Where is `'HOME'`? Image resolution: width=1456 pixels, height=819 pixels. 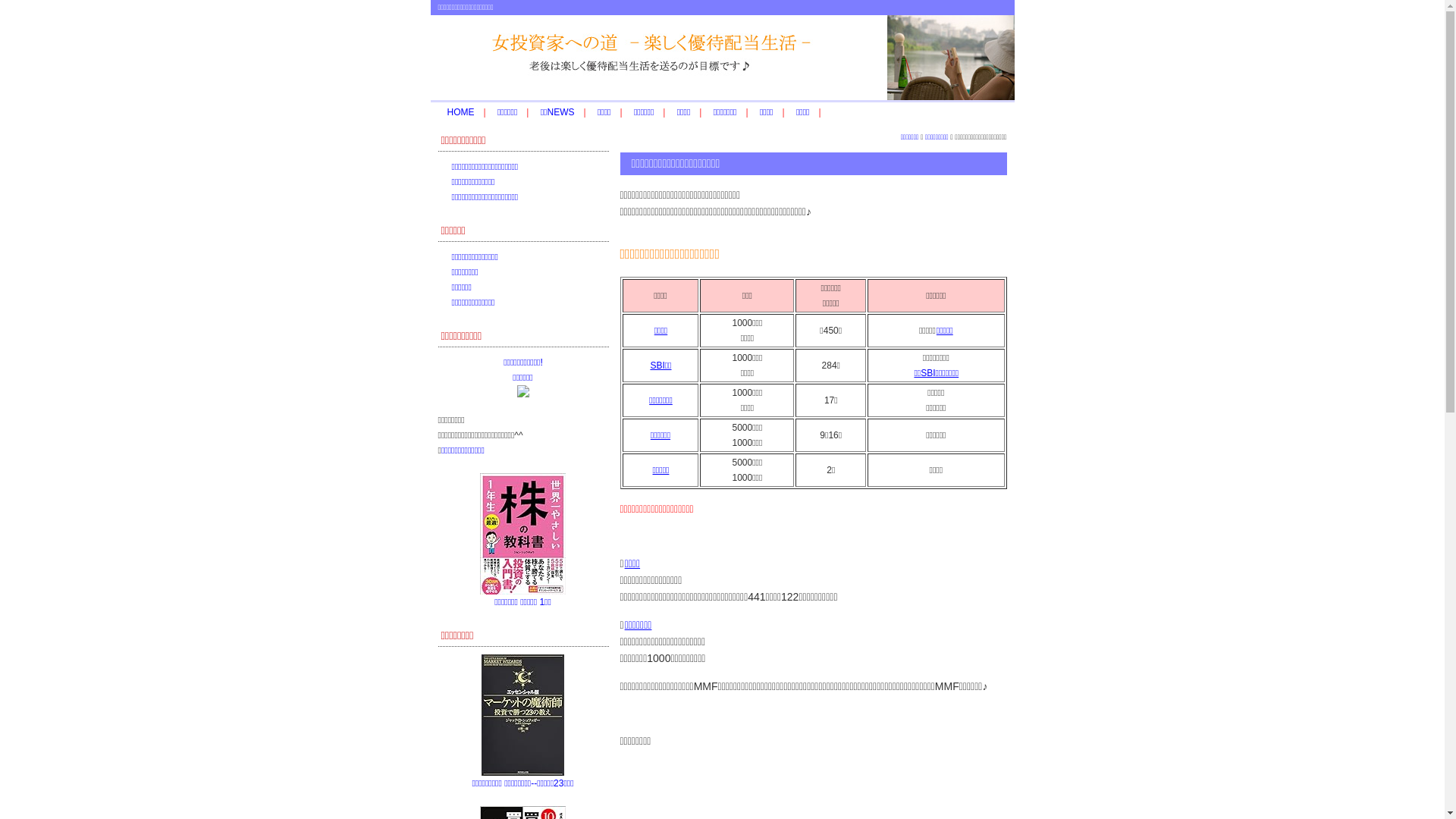
'HOME' is located at coordinates (460, 111).